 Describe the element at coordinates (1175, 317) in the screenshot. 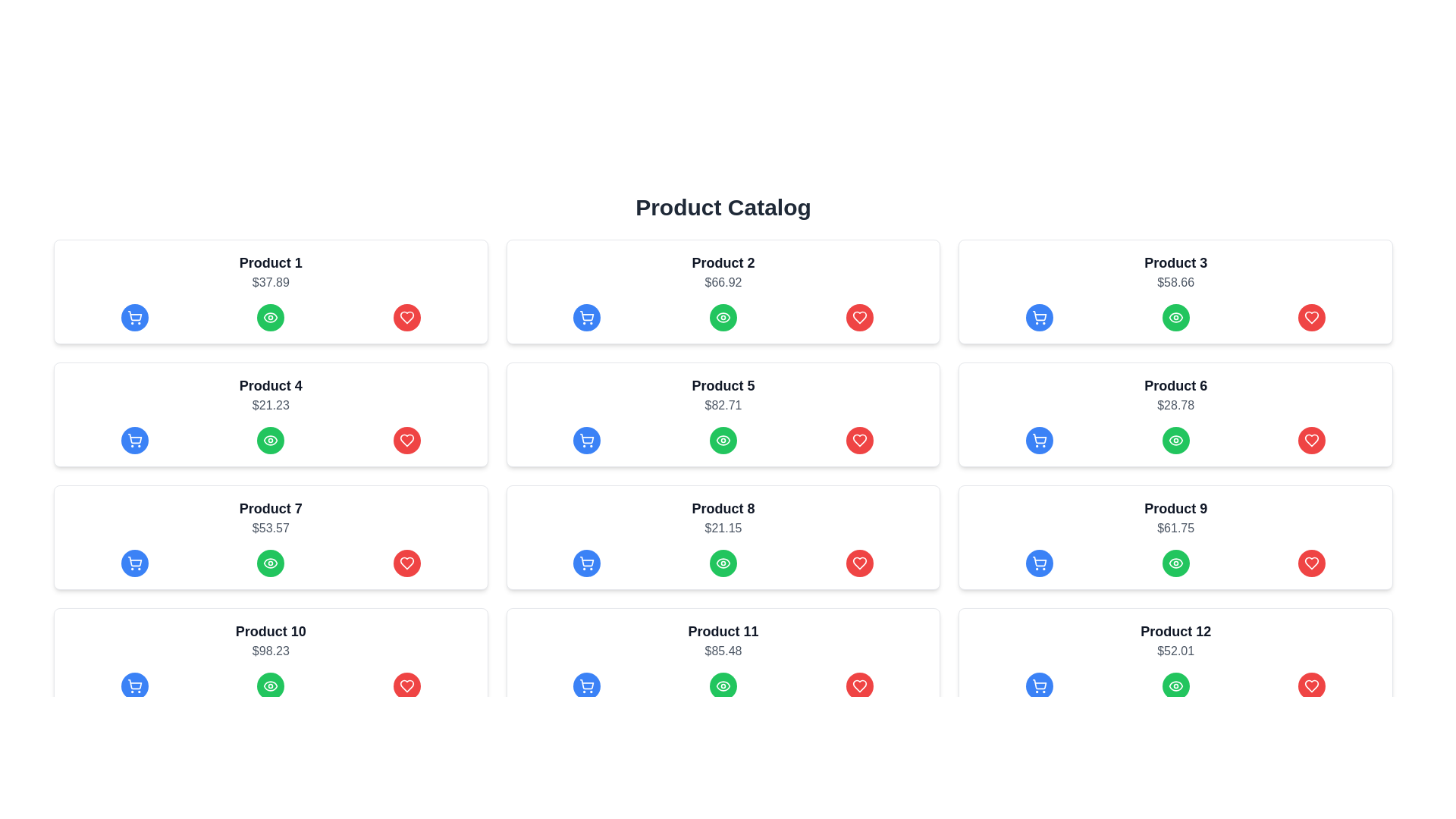

I see `the icon representing 'Product 6' located at the bottom left of its product card` at that location.